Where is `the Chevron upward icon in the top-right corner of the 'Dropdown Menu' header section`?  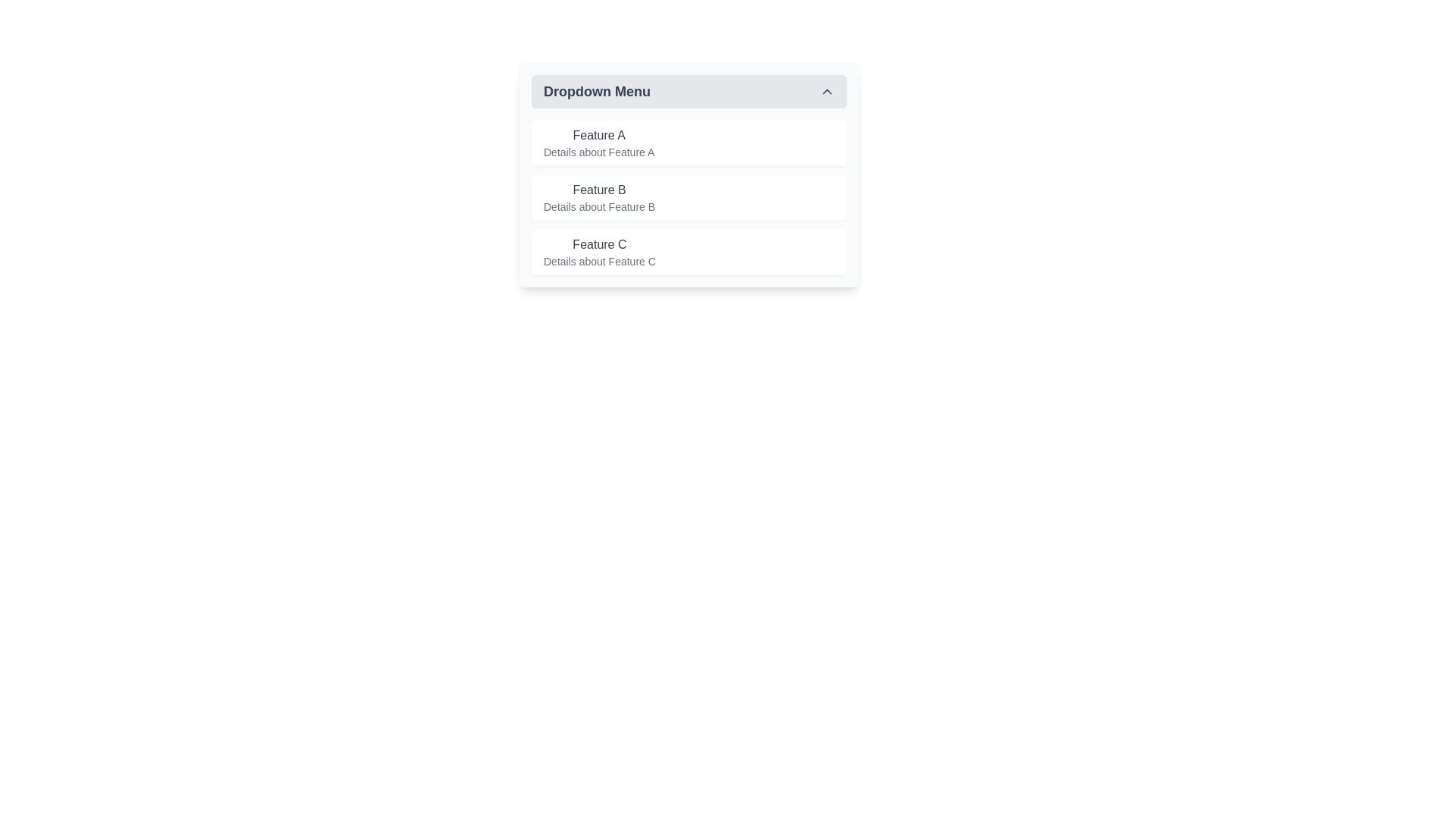
the Chevron upward icon in the top-right corner of the 'Dropdown Menu' header section is located at coordinates (826, 91).